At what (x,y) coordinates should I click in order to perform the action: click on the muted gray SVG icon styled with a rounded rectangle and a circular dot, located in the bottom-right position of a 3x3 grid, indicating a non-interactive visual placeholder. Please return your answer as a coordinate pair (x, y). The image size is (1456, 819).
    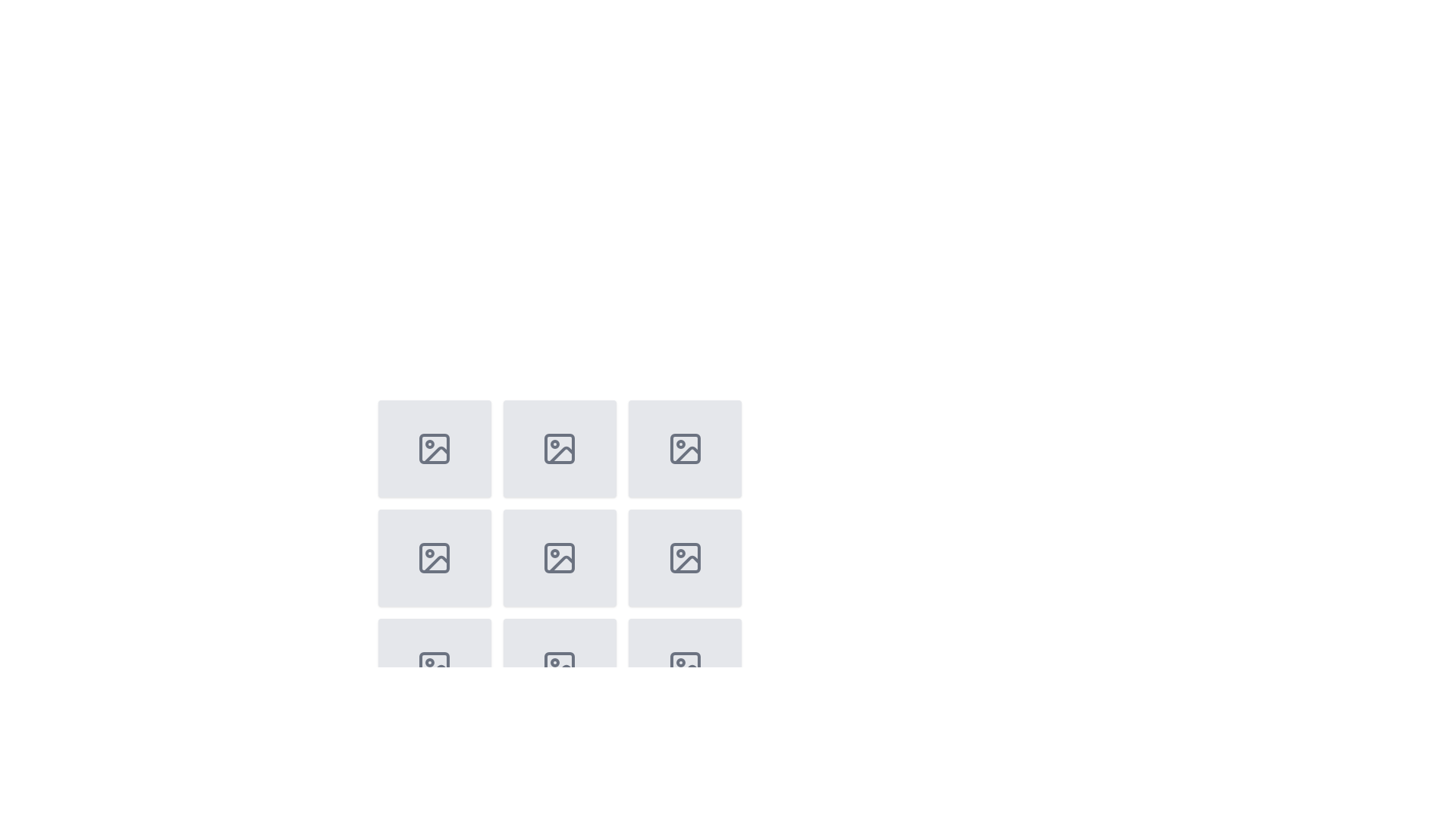
    Looking at the image, I should click on (684, 558).